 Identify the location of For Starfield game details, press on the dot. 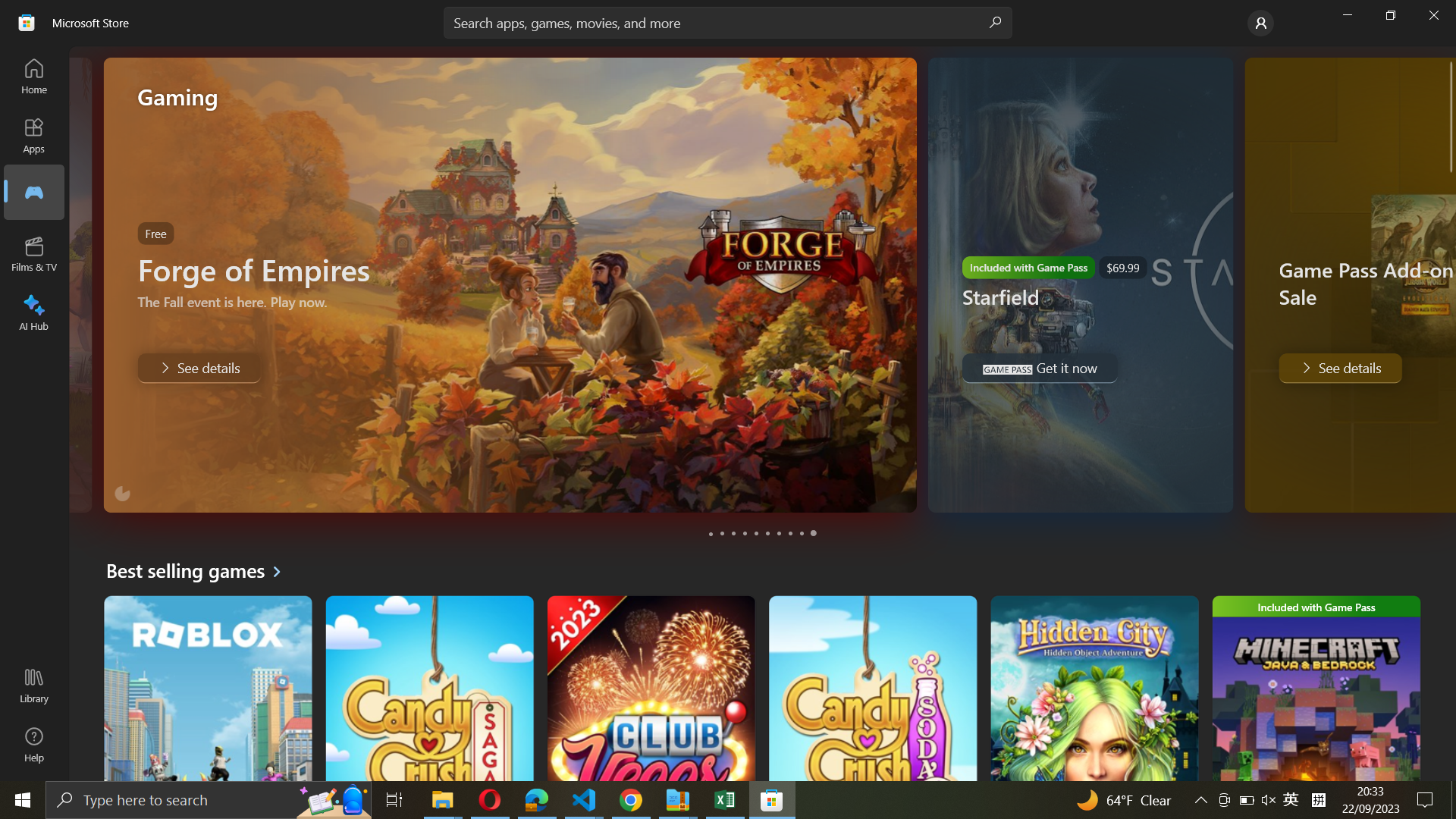
(722, 533).